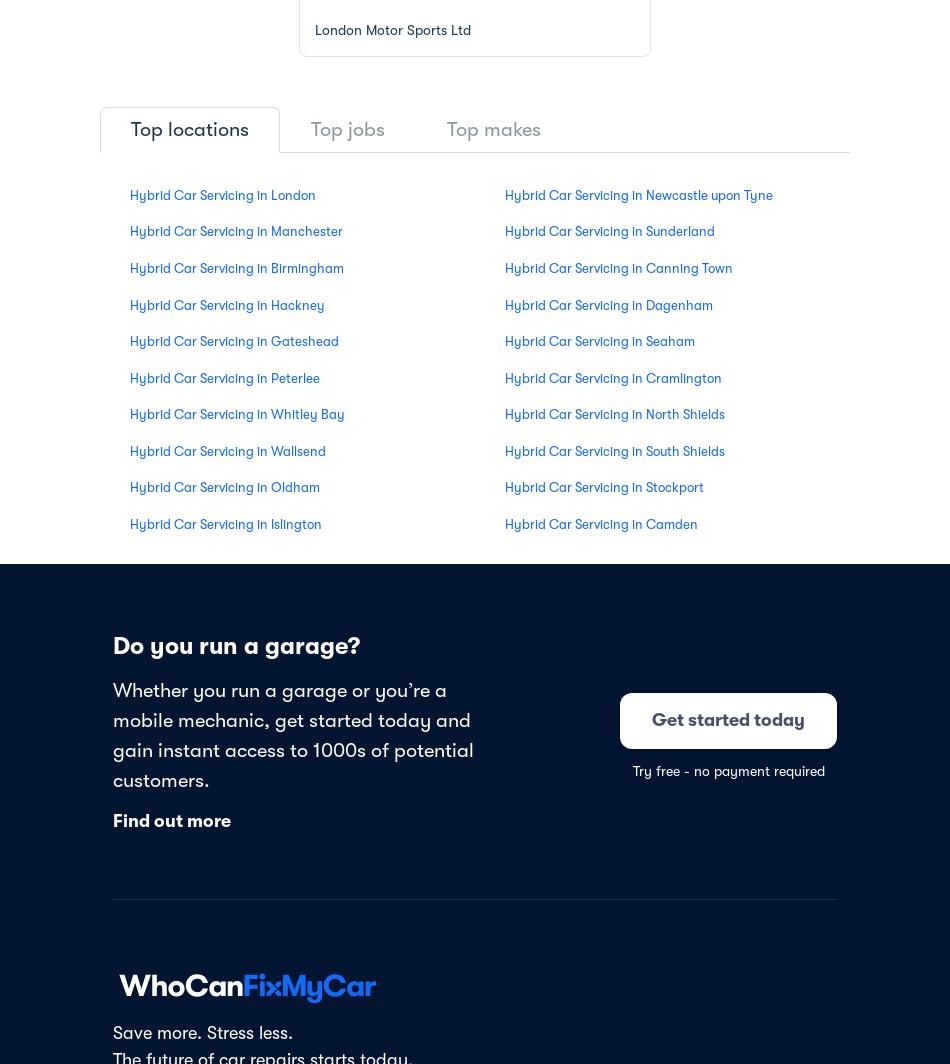  I want to click on 'Hybrid Car Servicing in Whitley Bay', so click(129, 414).